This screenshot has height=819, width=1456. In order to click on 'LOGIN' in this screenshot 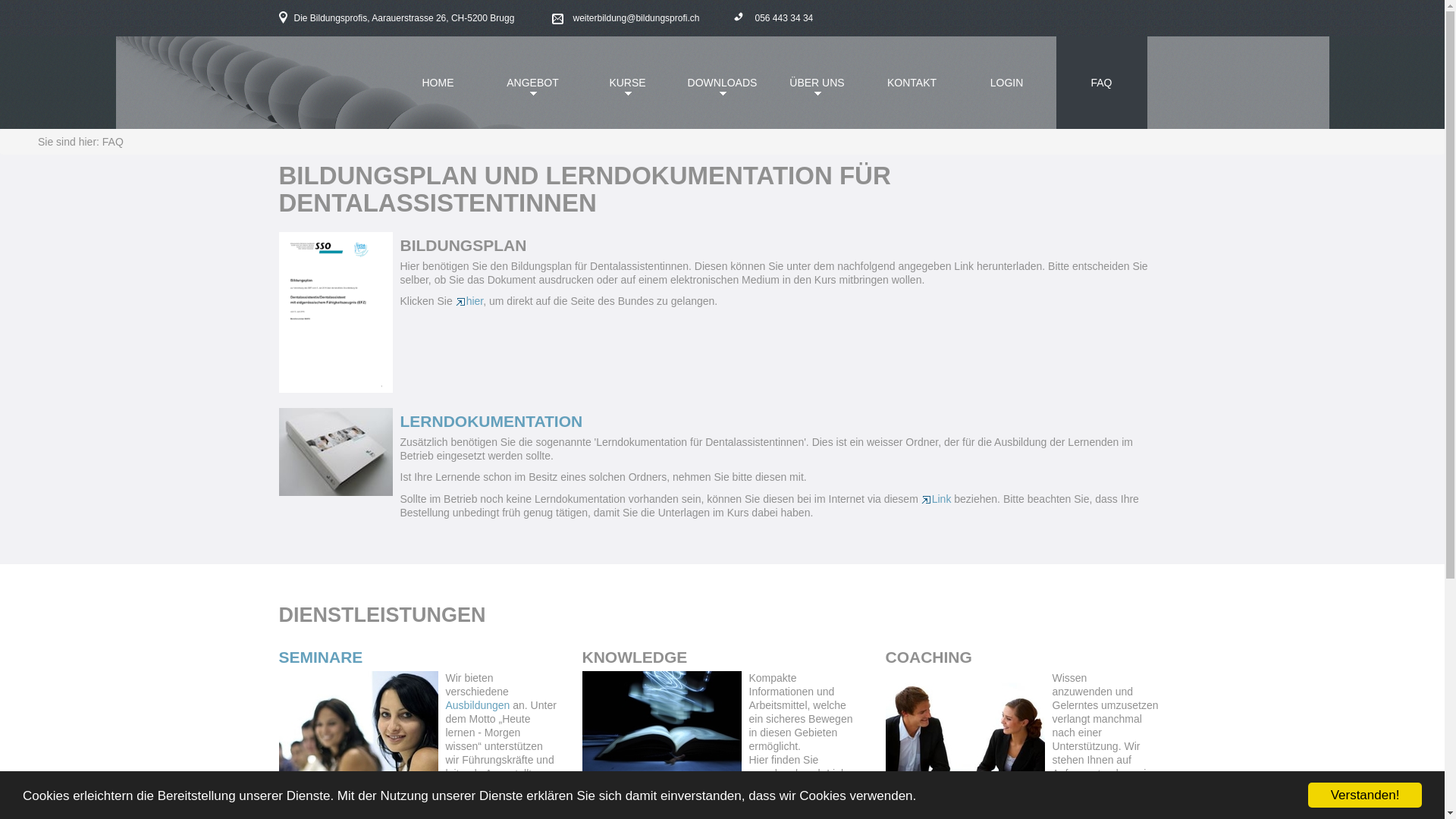, I will do `click(1007, 82)`.